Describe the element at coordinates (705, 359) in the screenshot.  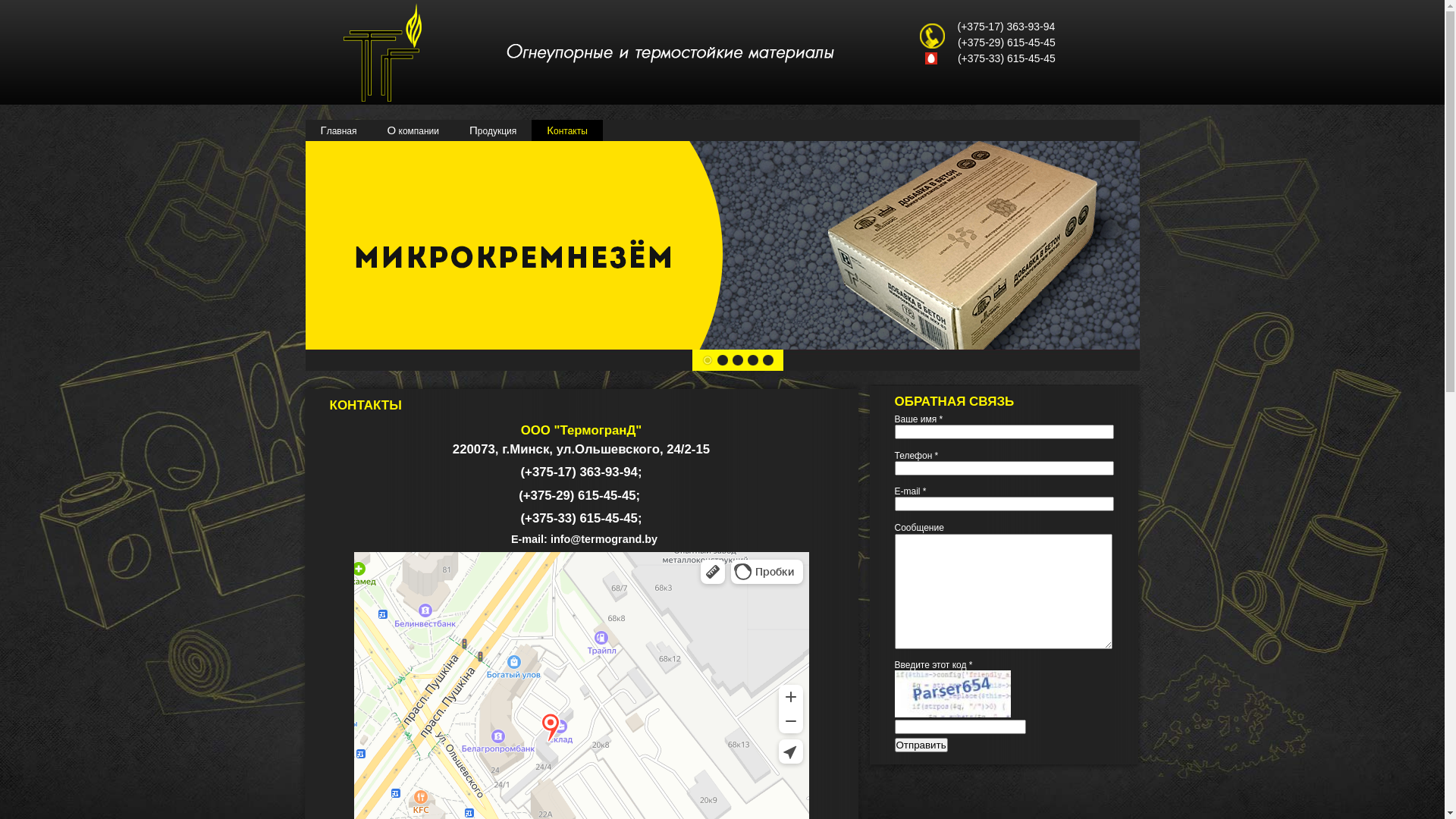
I see `'1'` at that location.